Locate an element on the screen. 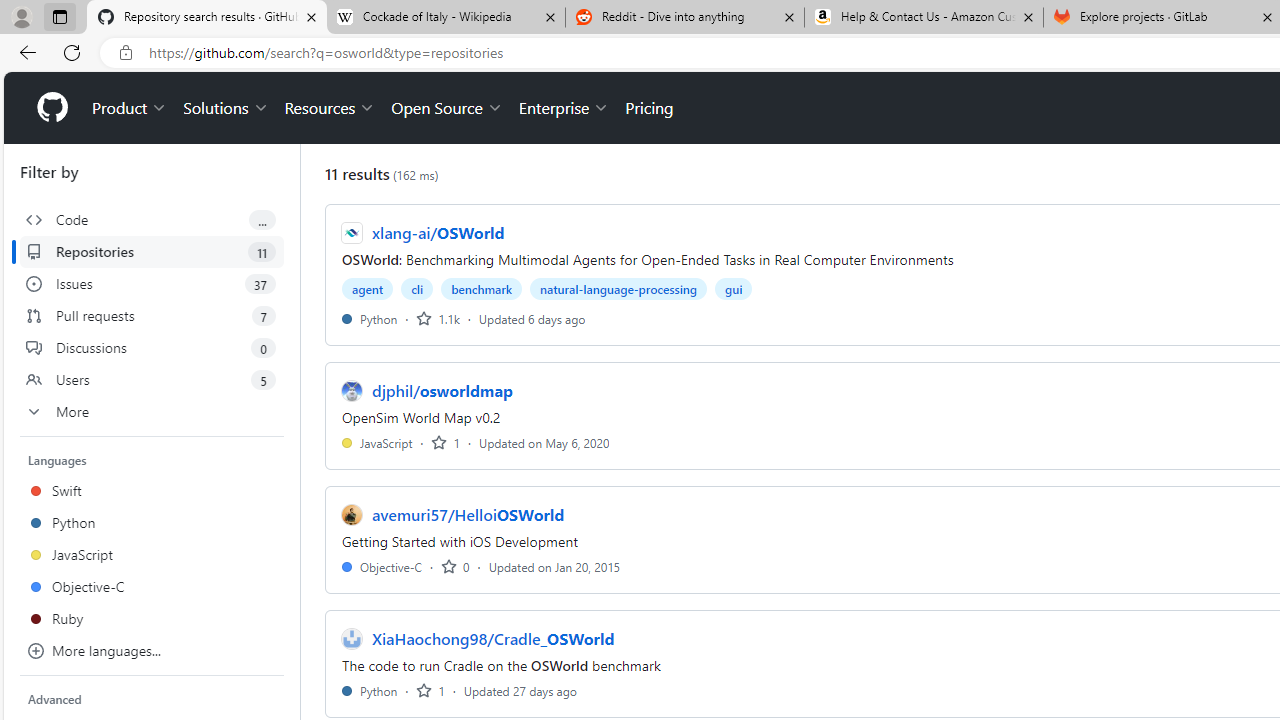 The width and height of the screenshot is (1280, 720). 'Objective-C' is located at coordinates (382, 566).